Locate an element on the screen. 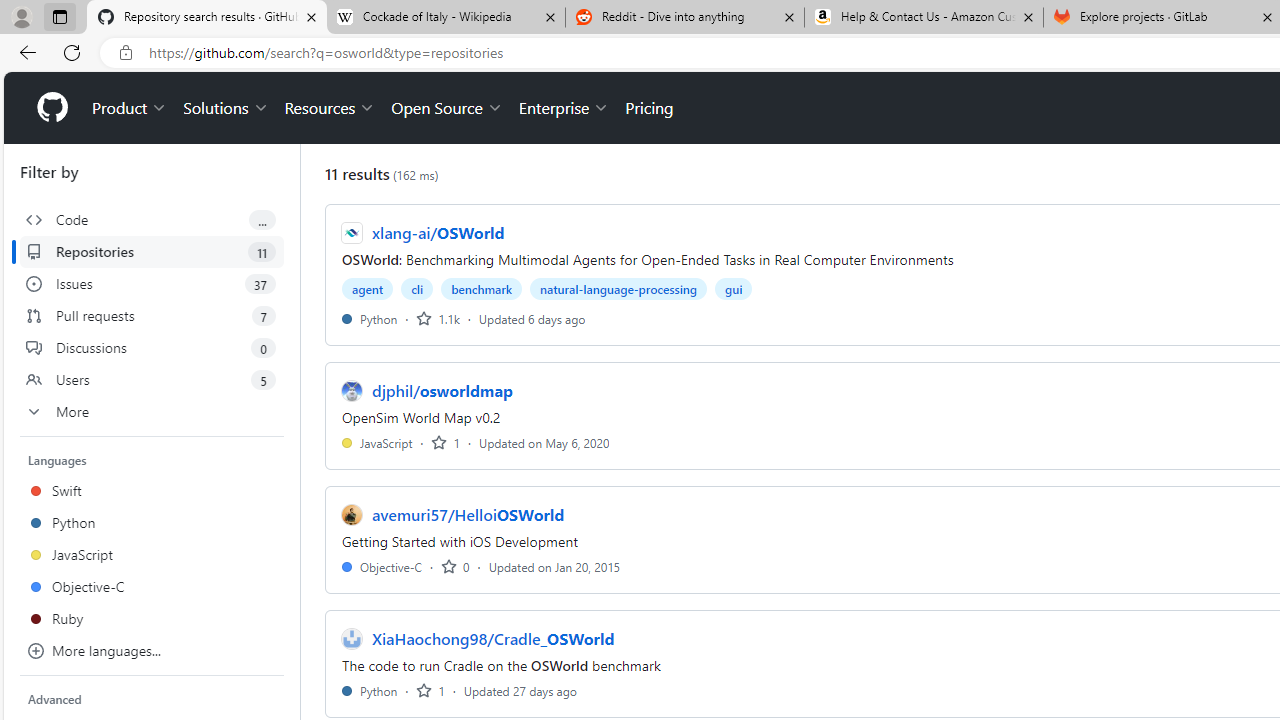 The width and height of the screenshot is (1280, 720). 'Objective-C' is located at coordinates (382, 566).